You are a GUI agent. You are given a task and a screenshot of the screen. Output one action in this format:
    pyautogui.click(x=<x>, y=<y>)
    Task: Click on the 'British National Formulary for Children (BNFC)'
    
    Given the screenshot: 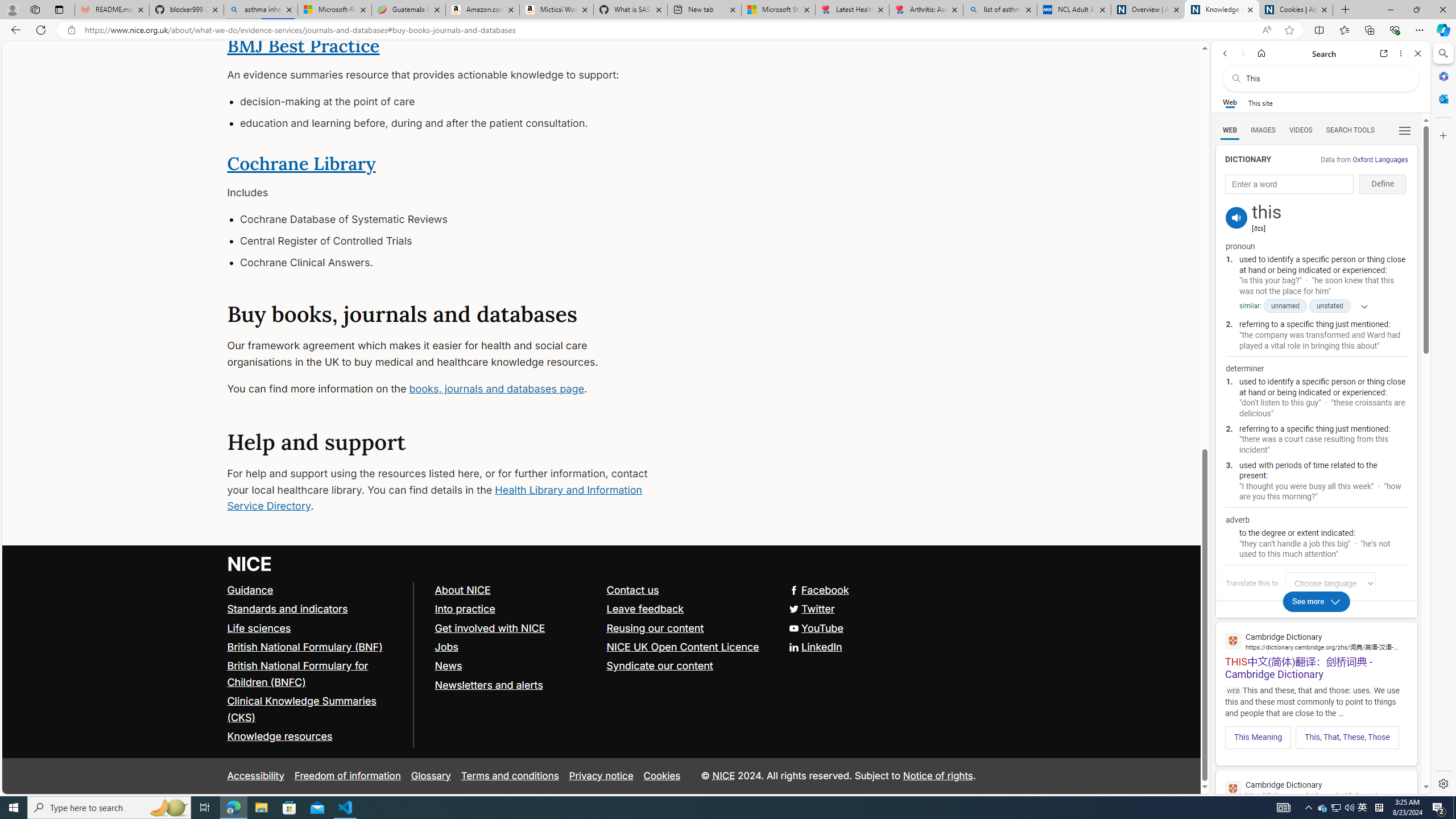 What is the action you would take?
    pyautogui.click(x=315, y=673)
    